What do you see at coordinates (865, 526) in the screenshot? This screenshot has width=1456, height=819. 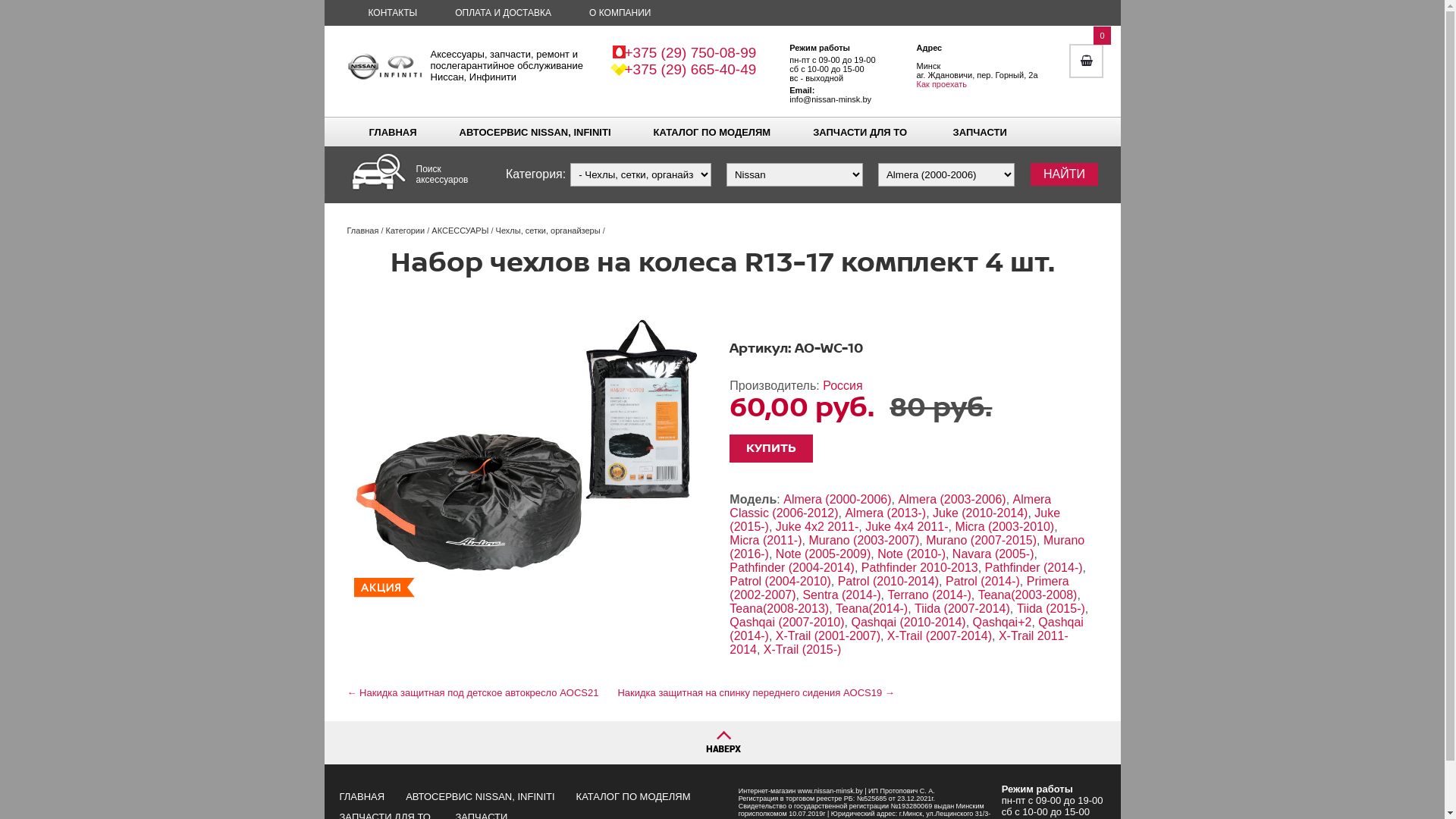 I see `'Juke 4x4 2011-'` at bounding box center [865, 526].